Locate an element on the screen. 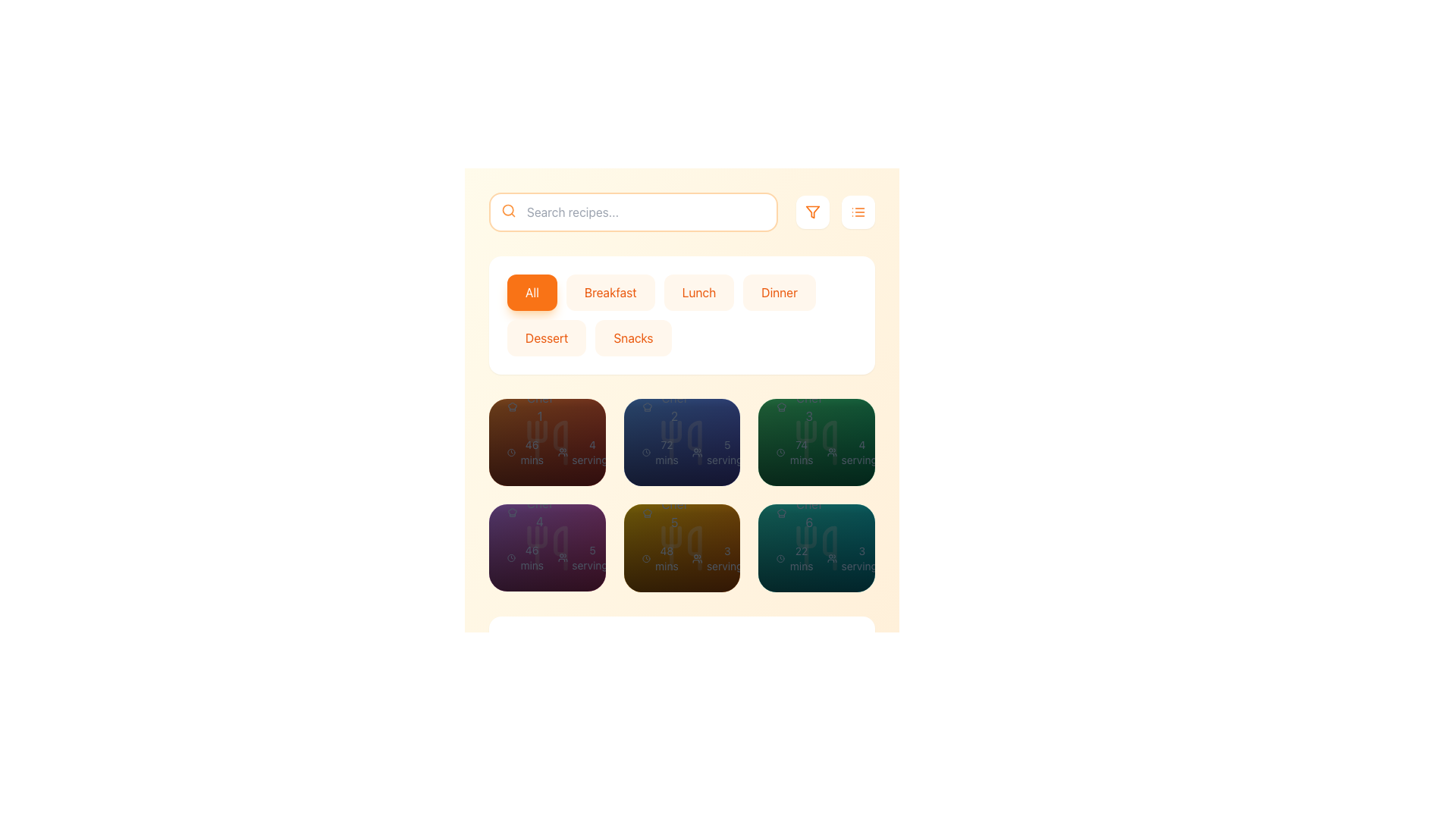  text label displaying 'Chef 3' located in the green-tinted box below 'Recipe 3' is located at coordinates (800, 406).